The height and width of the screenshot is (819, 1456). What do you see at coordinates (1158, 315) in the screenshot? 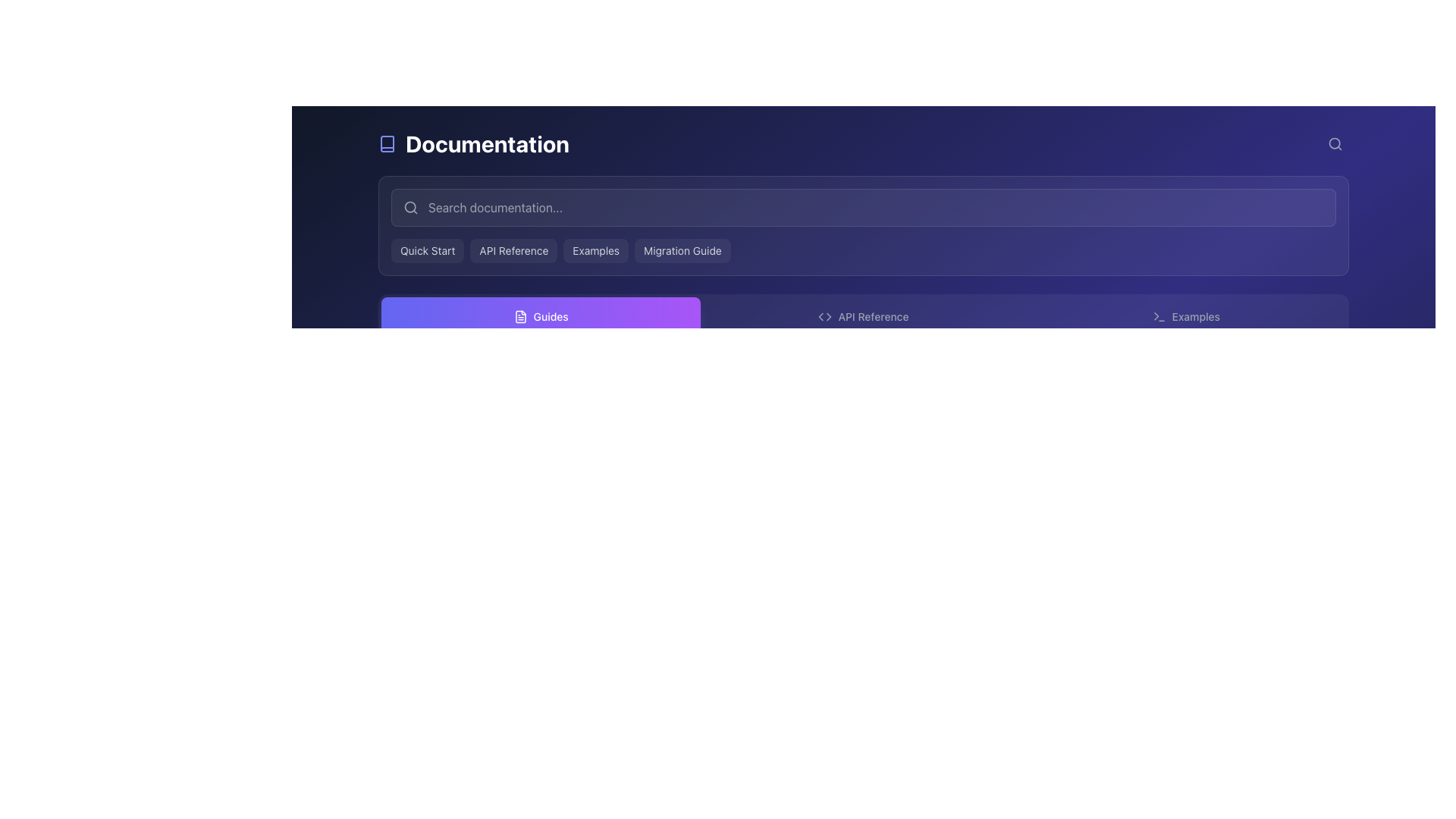
I see `the terminal prompt SVG icon located within the 'Examples' button on the top navigation bar` at bounding box center [1158, 315].